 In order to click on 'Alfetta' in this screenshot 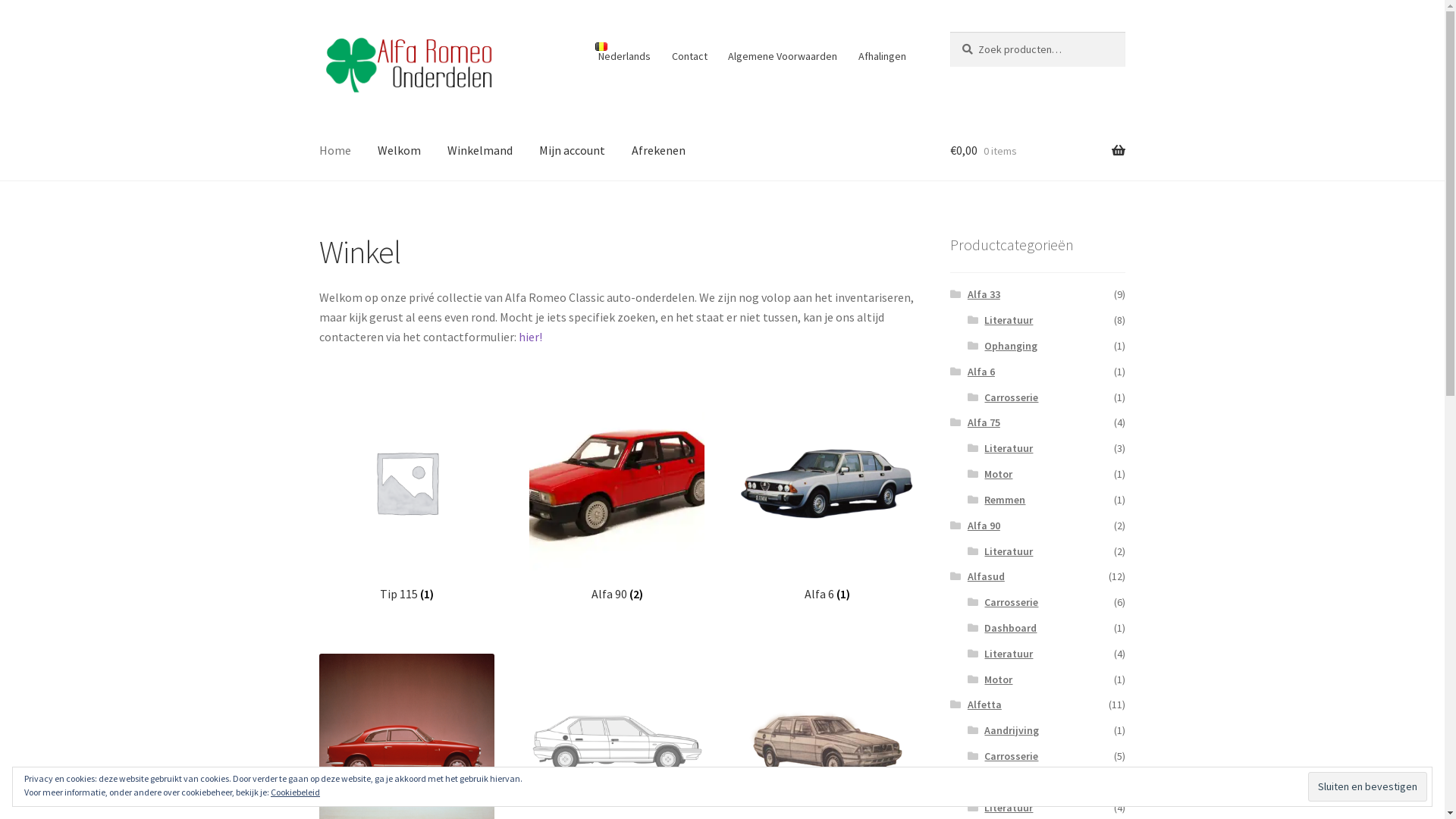, I will do `click(984, 704)`.